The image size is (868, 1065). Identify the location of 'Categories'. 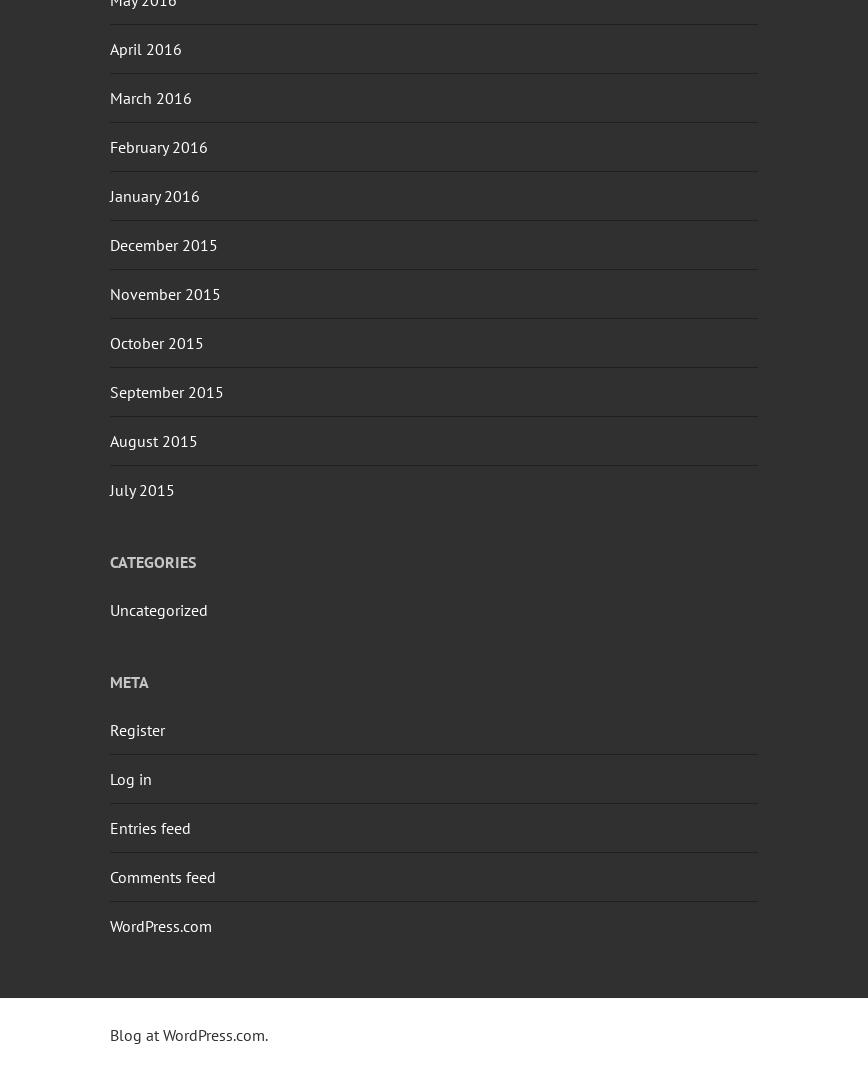
(153, 561).